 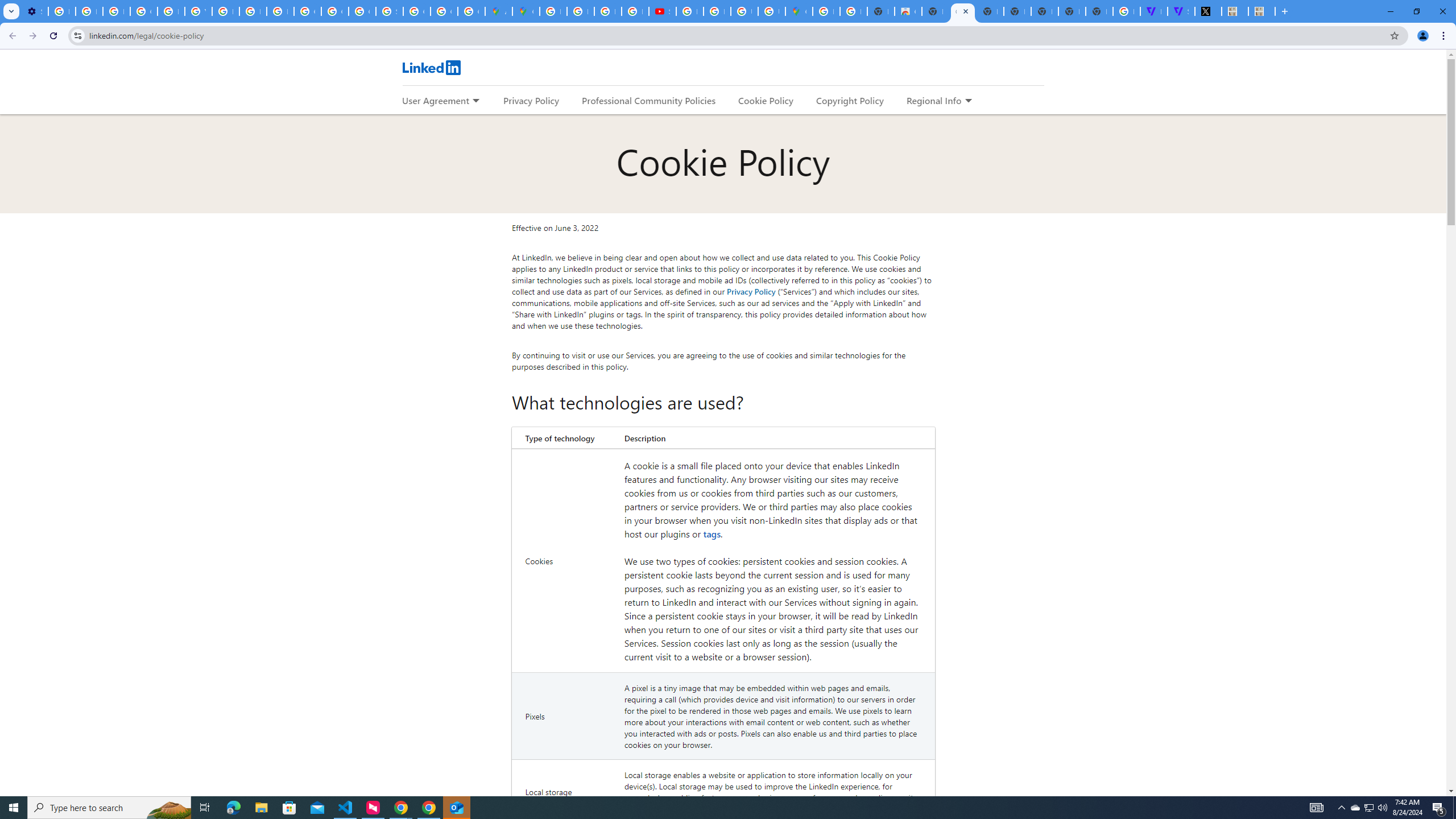 What do you see at coordinates (1207, 11) in the screenshot?
I see `'Miley Cyrus (@MileyCyrus) / X'` at bounding box center [1207, 11].